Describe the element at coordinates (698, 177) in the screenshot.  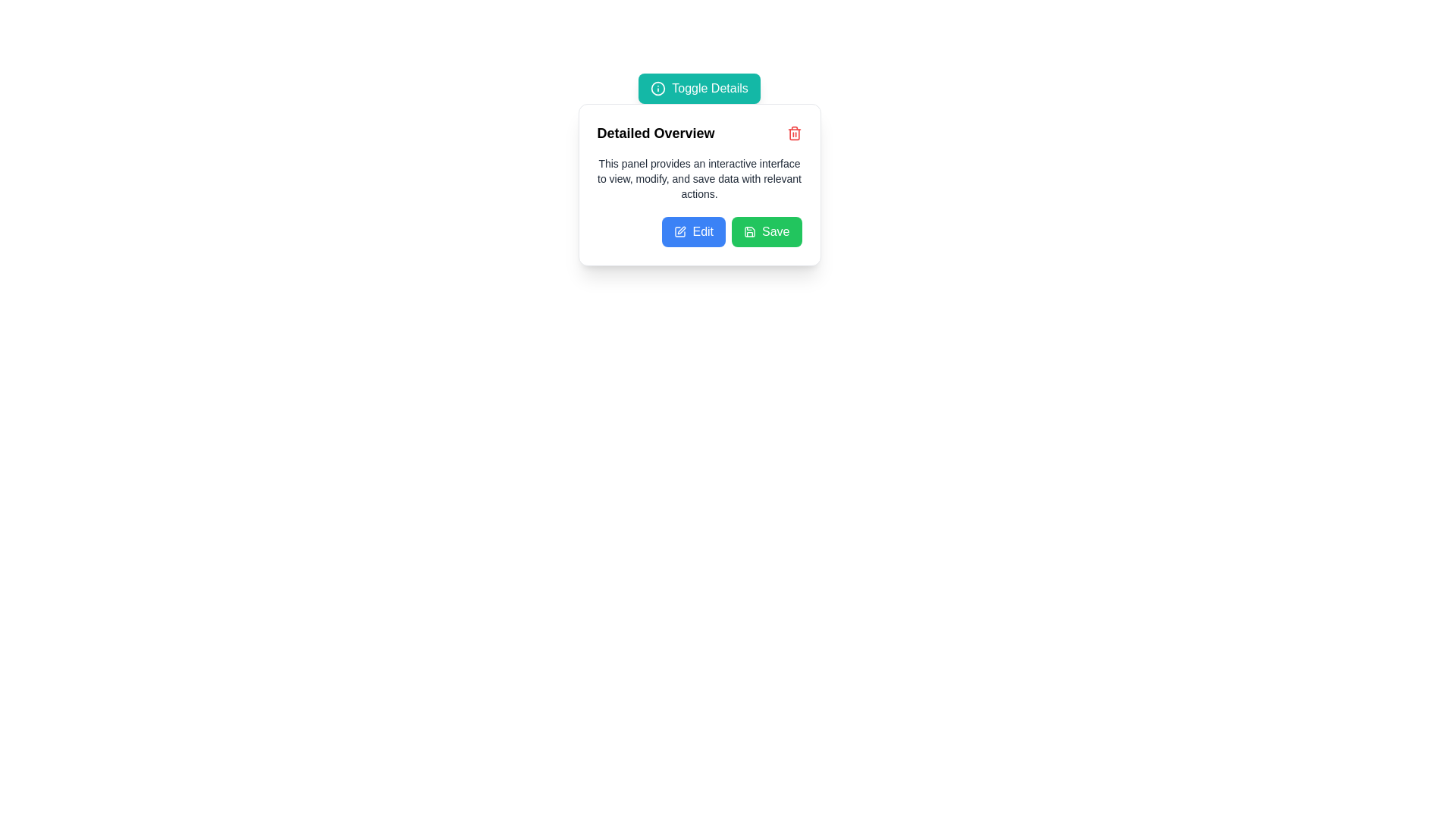
I see `the Informational Text Block located beneath the header 'Detailed Overview' and above the action buttons 'Edit' and 'Save'` at that location.